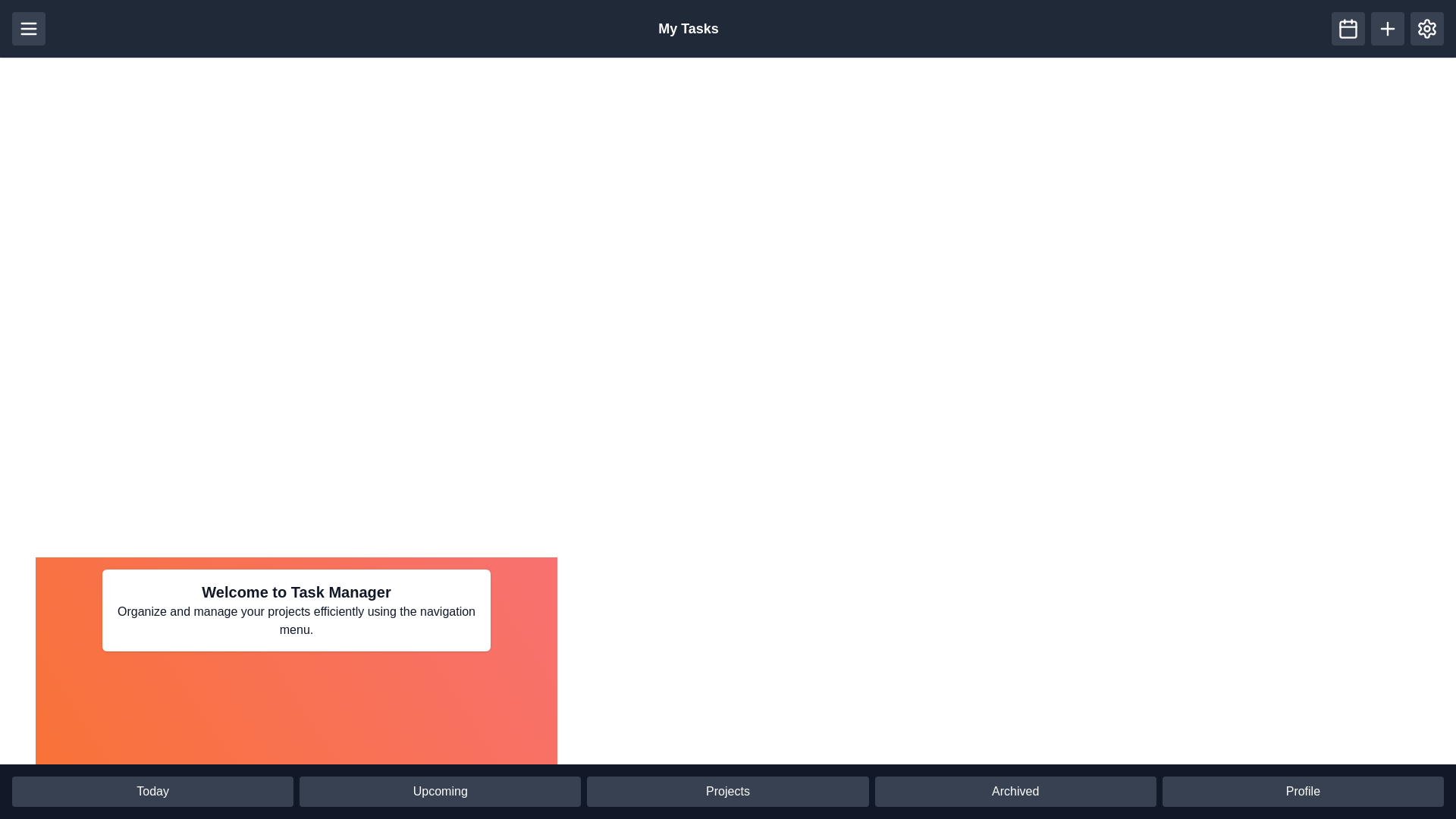  What do you see at coordinates (728, 791) in the screenshot?
I see `the Projects button in the bottom navigation bar to navigate to the corresponding section` at bounding box center [728, 791].